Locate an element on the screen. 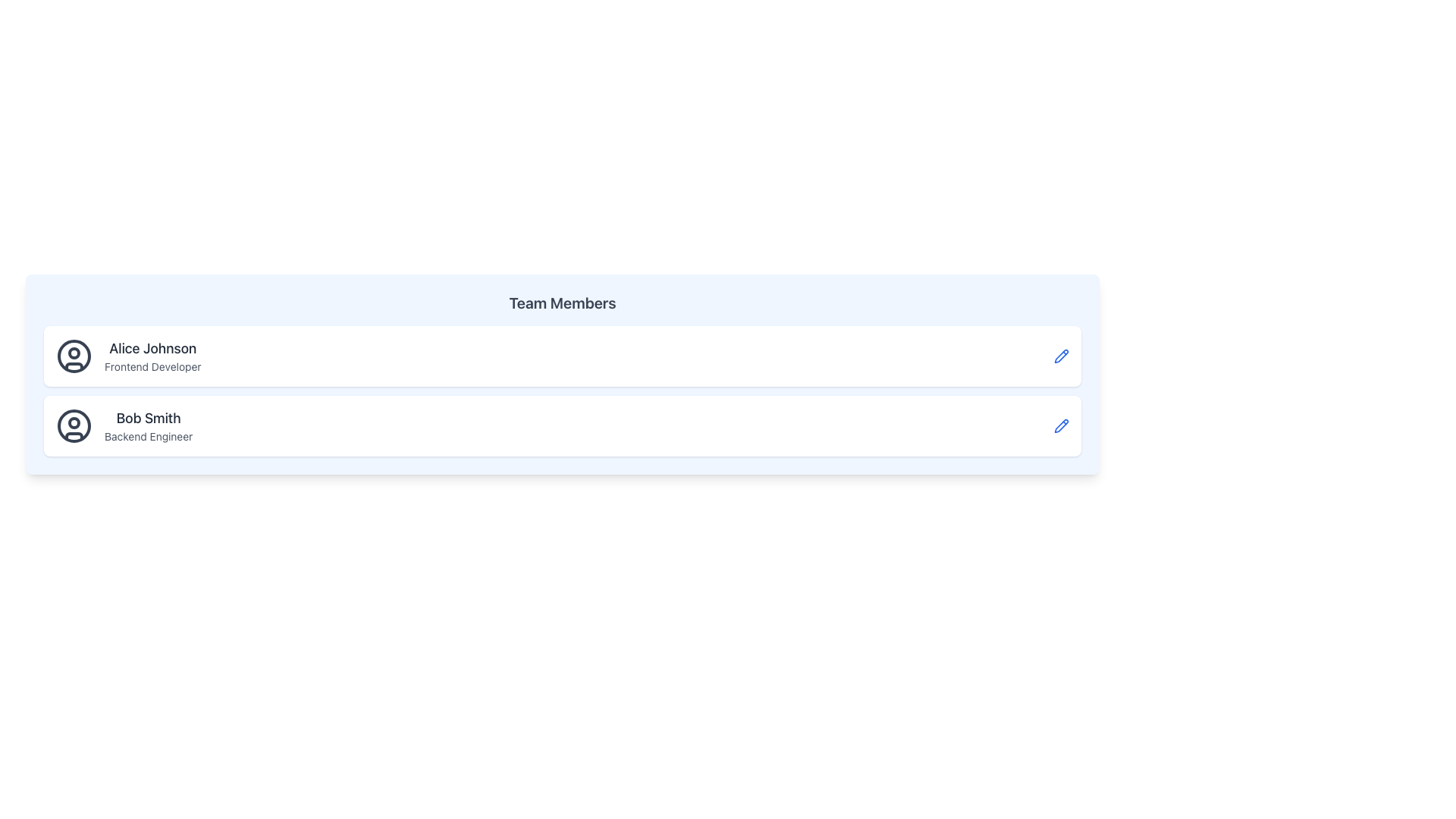 This screenshot has width=1456, height=819. the small black circular icon located at the center-top of the larger user icon circle, which is to the left of the text 'Bob Smith' and 'Backend Engineer' is located at coordinates (73, 423).